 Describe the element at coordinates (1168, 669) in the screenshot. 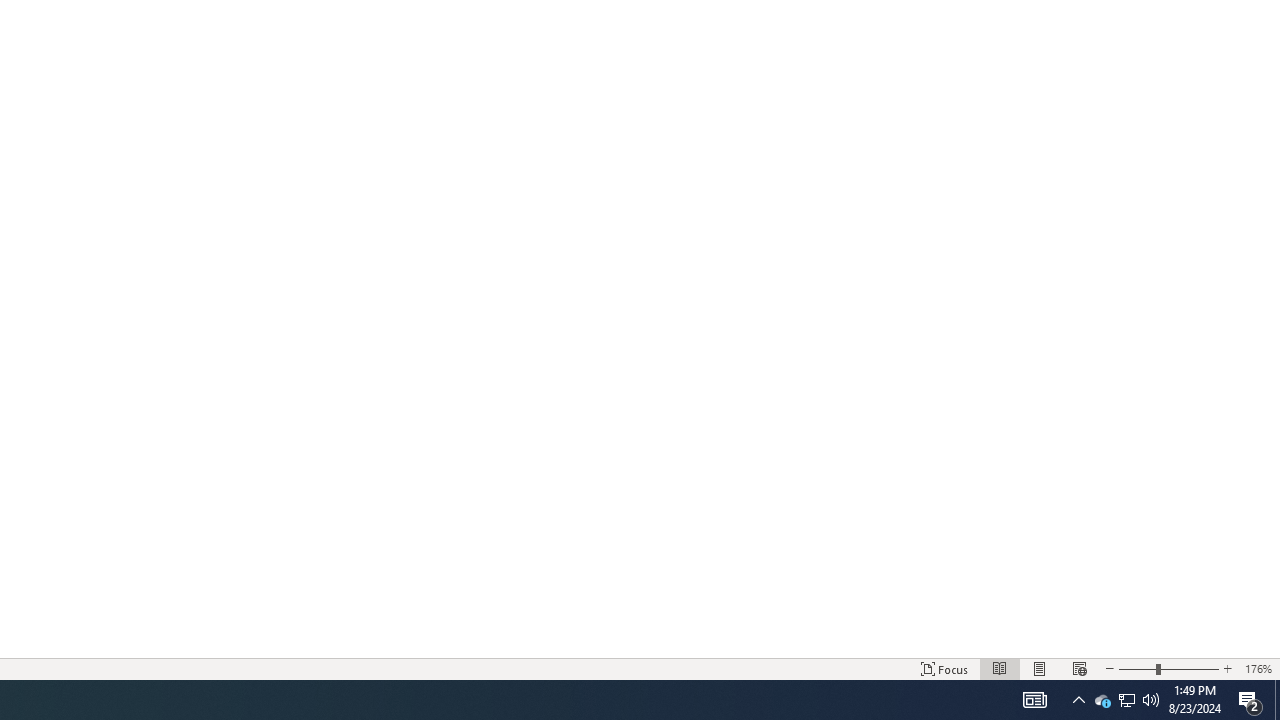

I see `'Text Size'` at that location.